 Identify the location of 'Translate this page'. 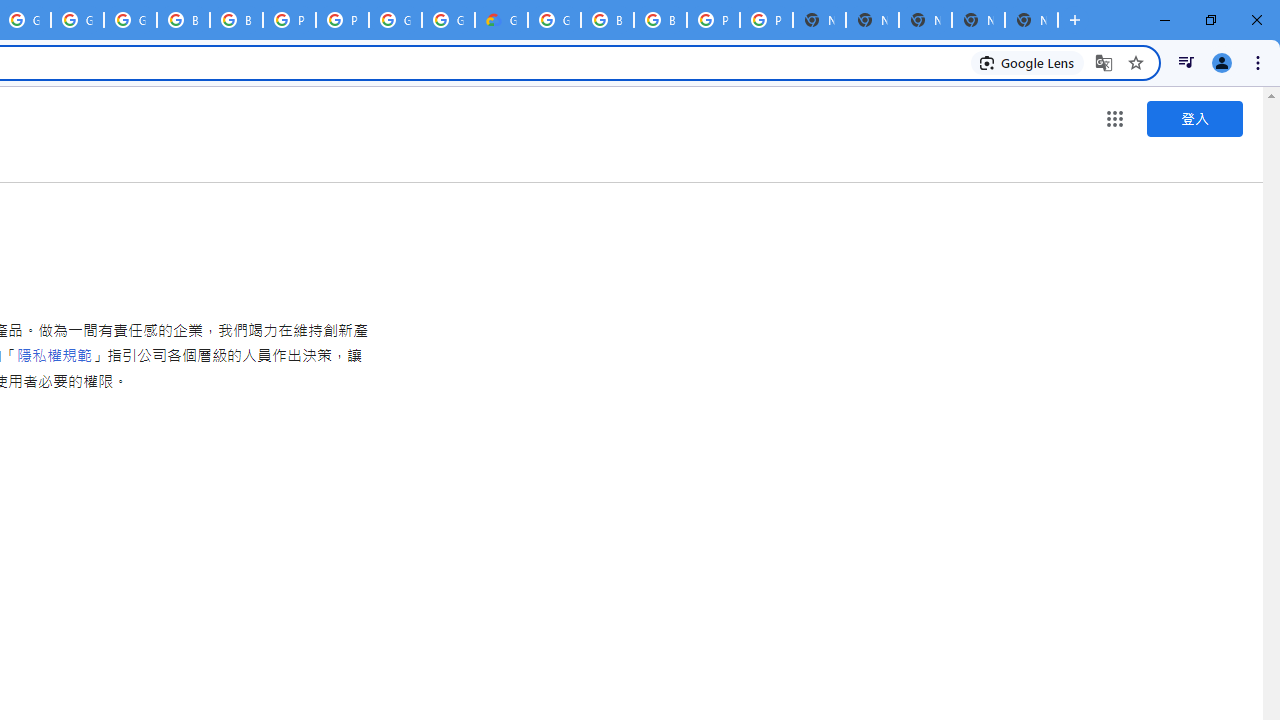
(1103, 61).